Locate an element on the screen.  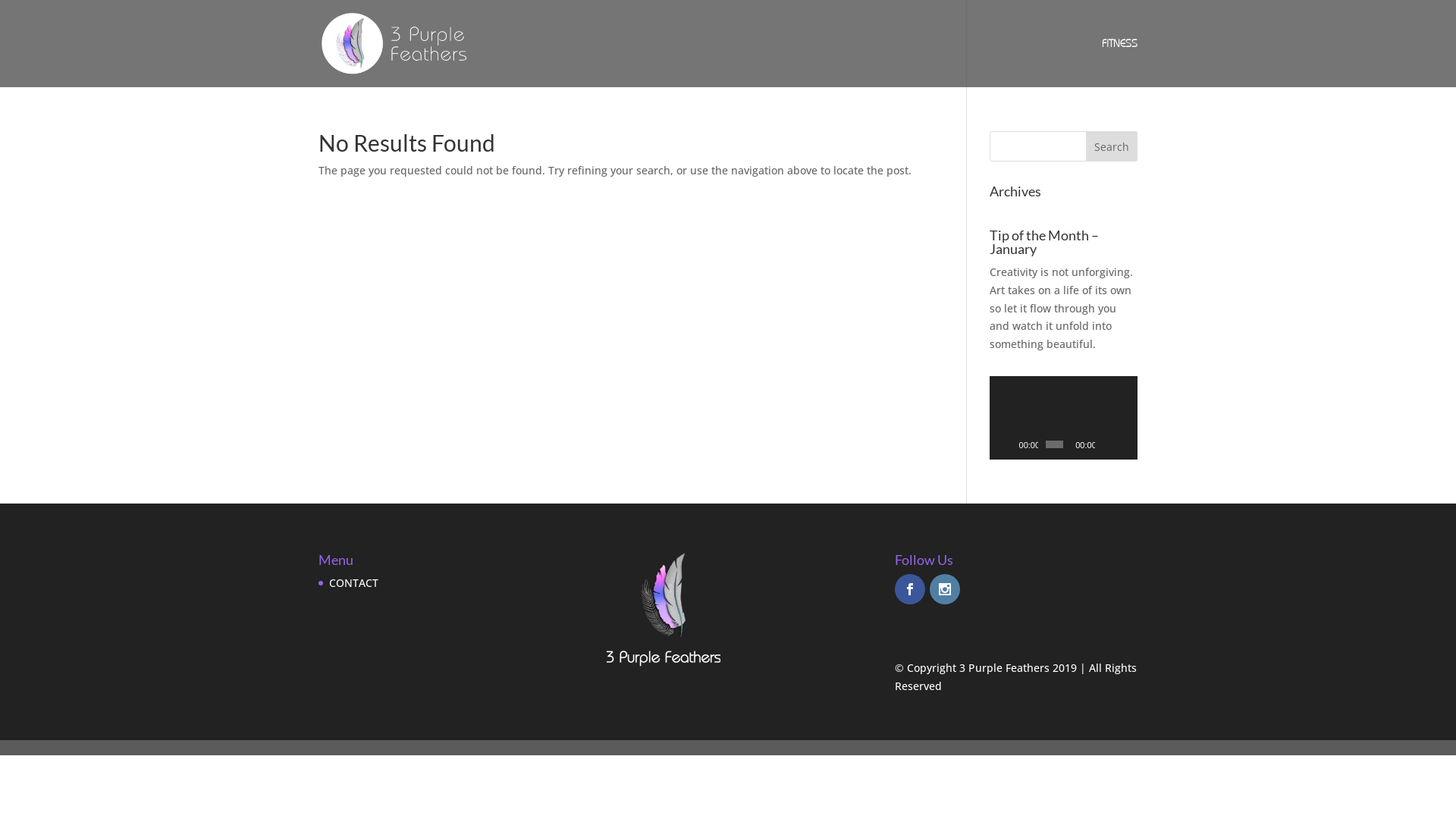
'FITNESS' is located at coordinates (1119, 61).